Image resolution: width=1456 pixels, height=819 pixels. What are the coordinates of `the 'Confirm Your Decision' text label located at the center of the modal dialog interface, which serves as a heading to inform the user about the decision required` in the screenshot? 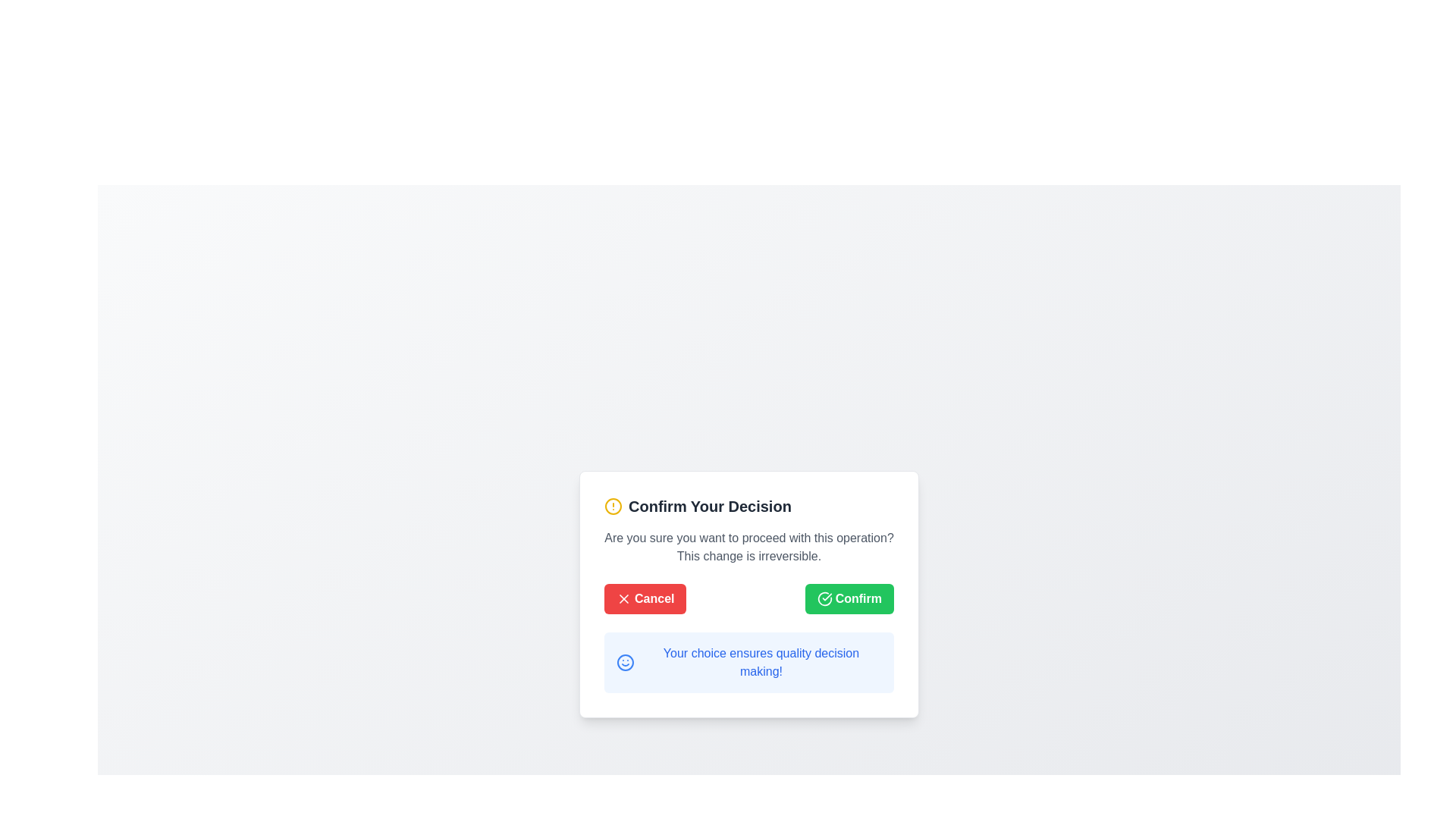 It's located at (709, 506).